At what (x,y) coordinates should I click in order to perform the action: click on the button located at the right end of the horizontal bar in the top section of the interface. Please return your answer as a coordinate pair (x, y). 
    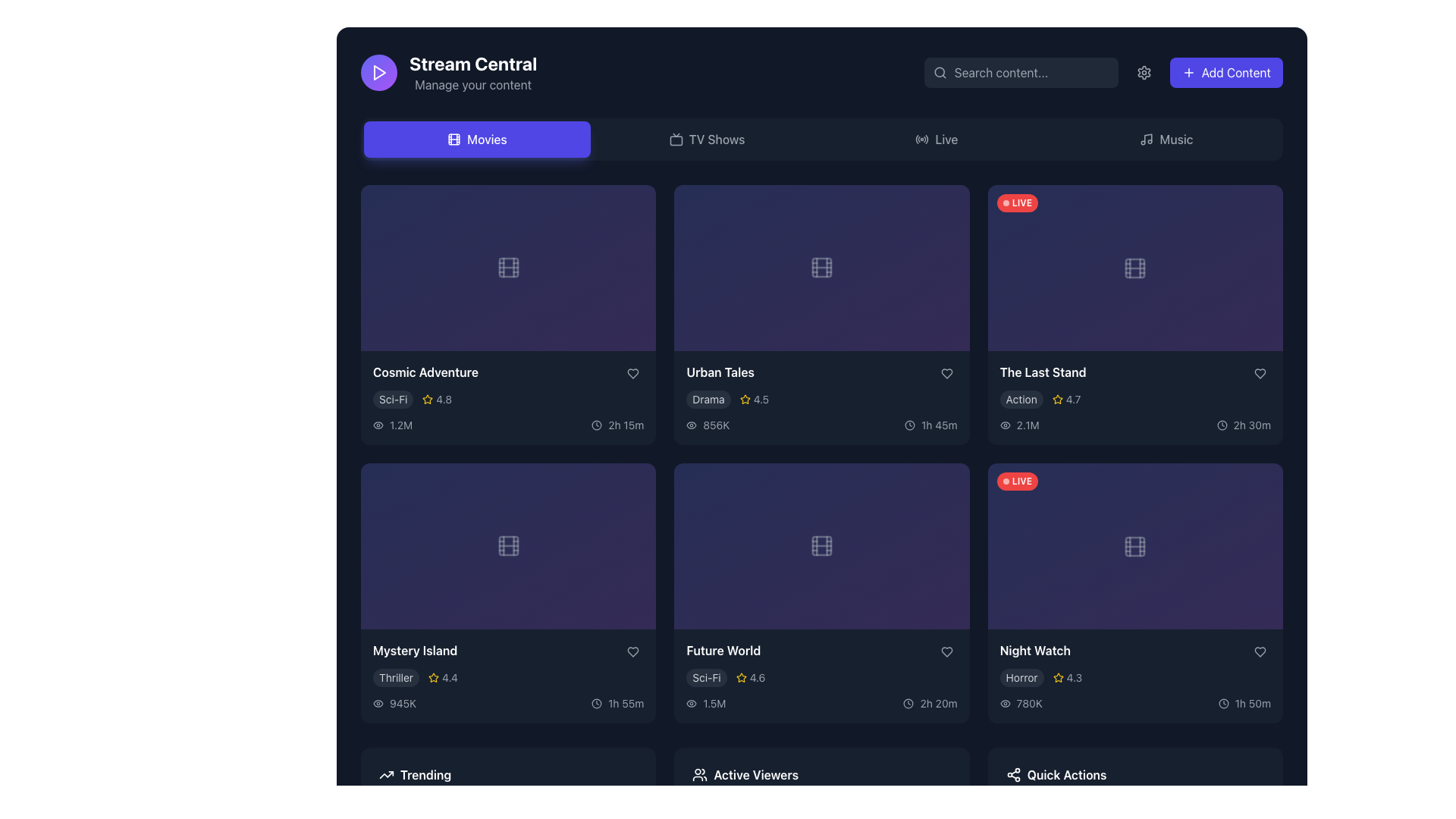
    Looking at the image, I should click on (1103, 73).